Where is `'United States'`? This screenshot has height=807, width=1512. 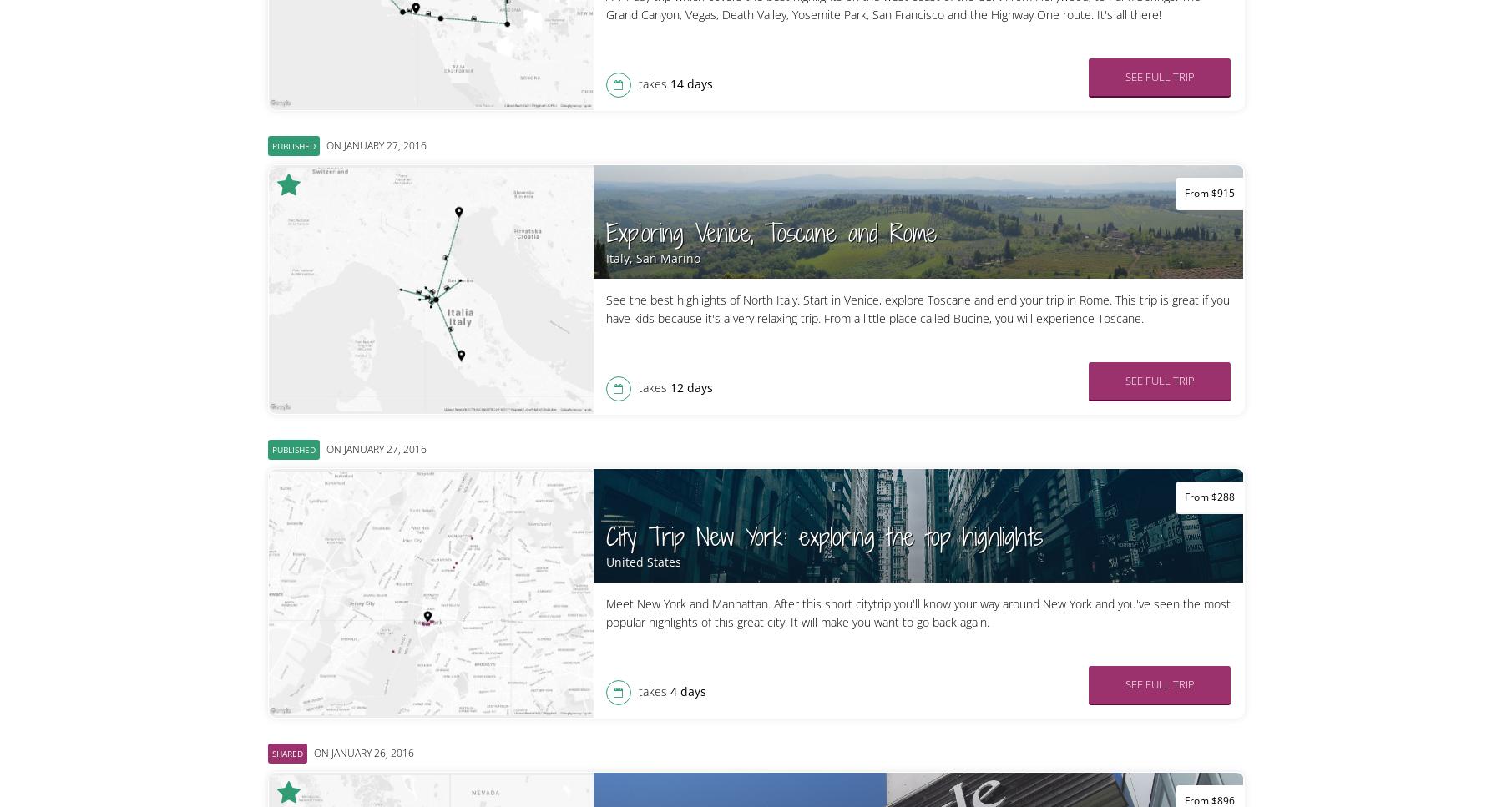
'United States' is located at coordinates (642, 562).